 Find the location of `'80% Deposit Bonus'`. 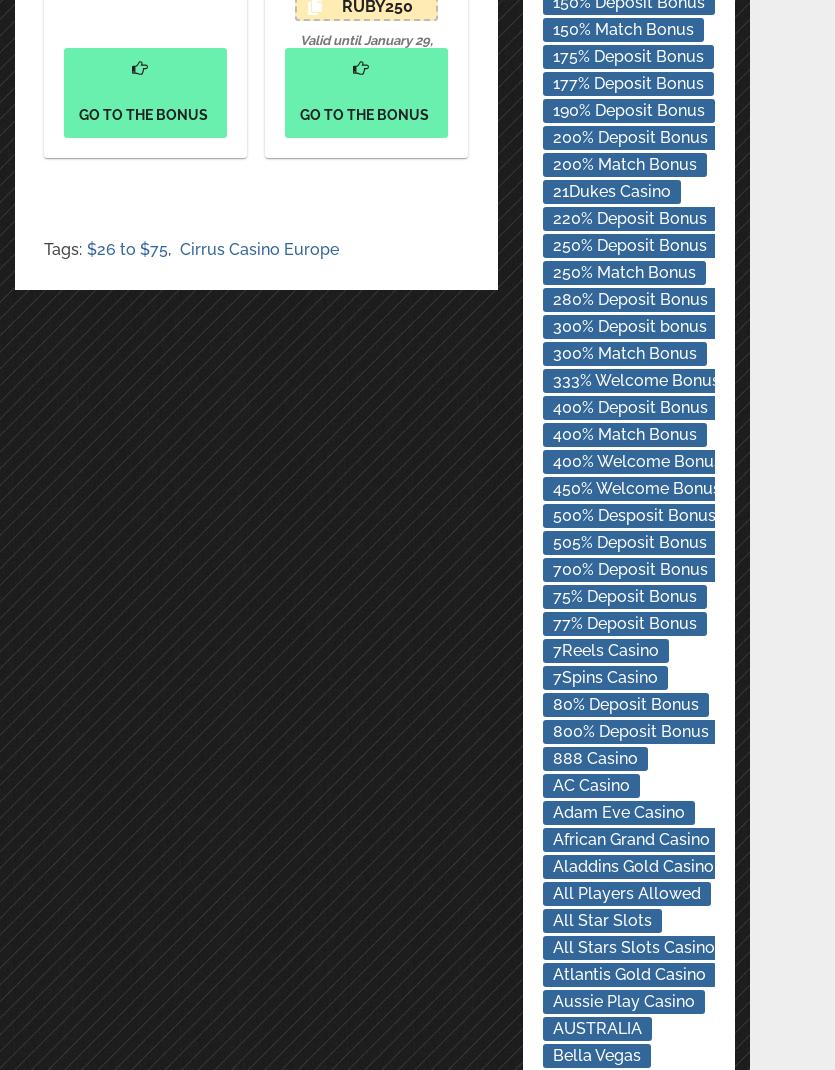

'80% Deposit Bonus' is located at coordinates (623, 704).